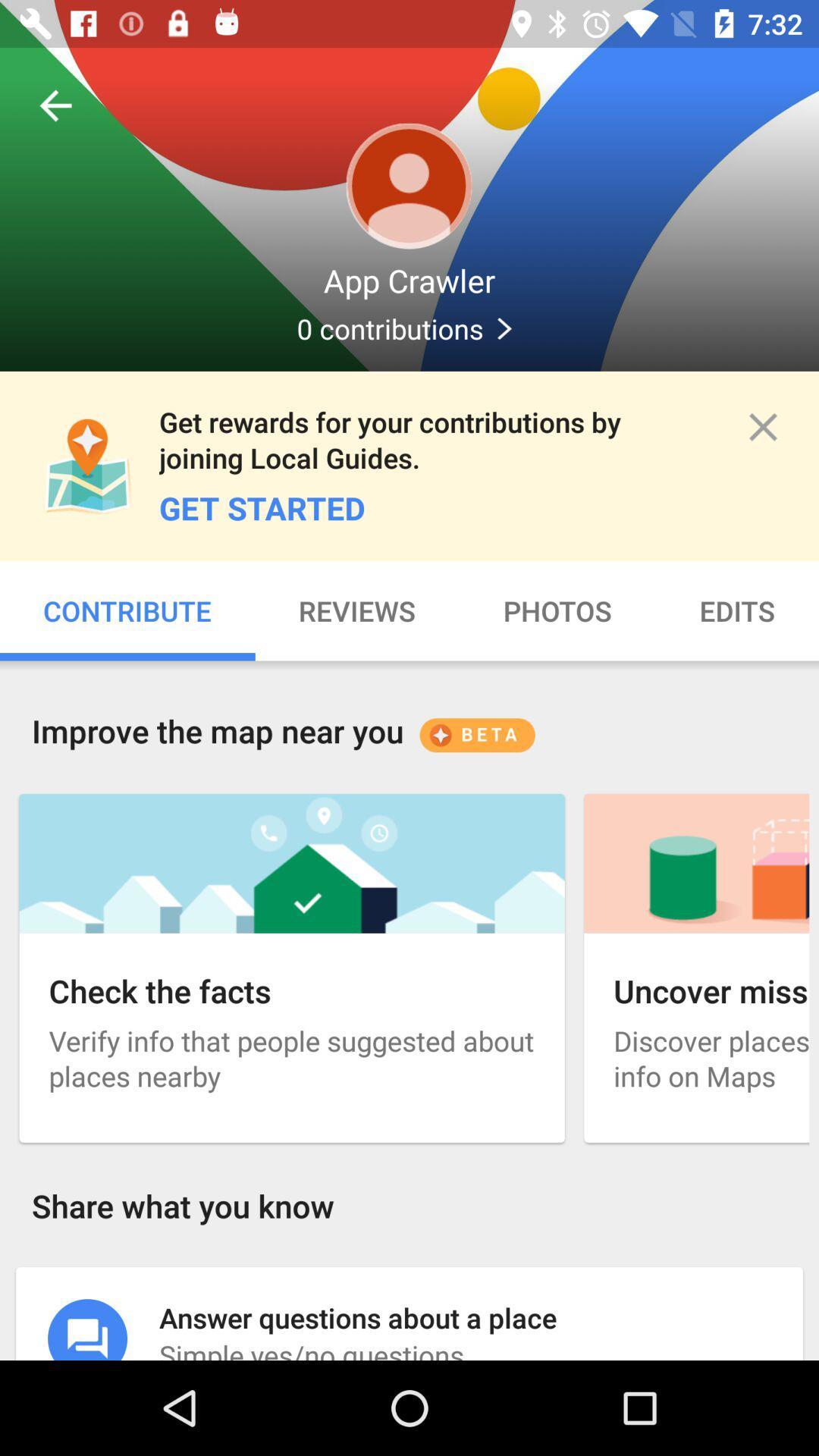  I want to click on the icon to the right of contribute, so click(357, 610).